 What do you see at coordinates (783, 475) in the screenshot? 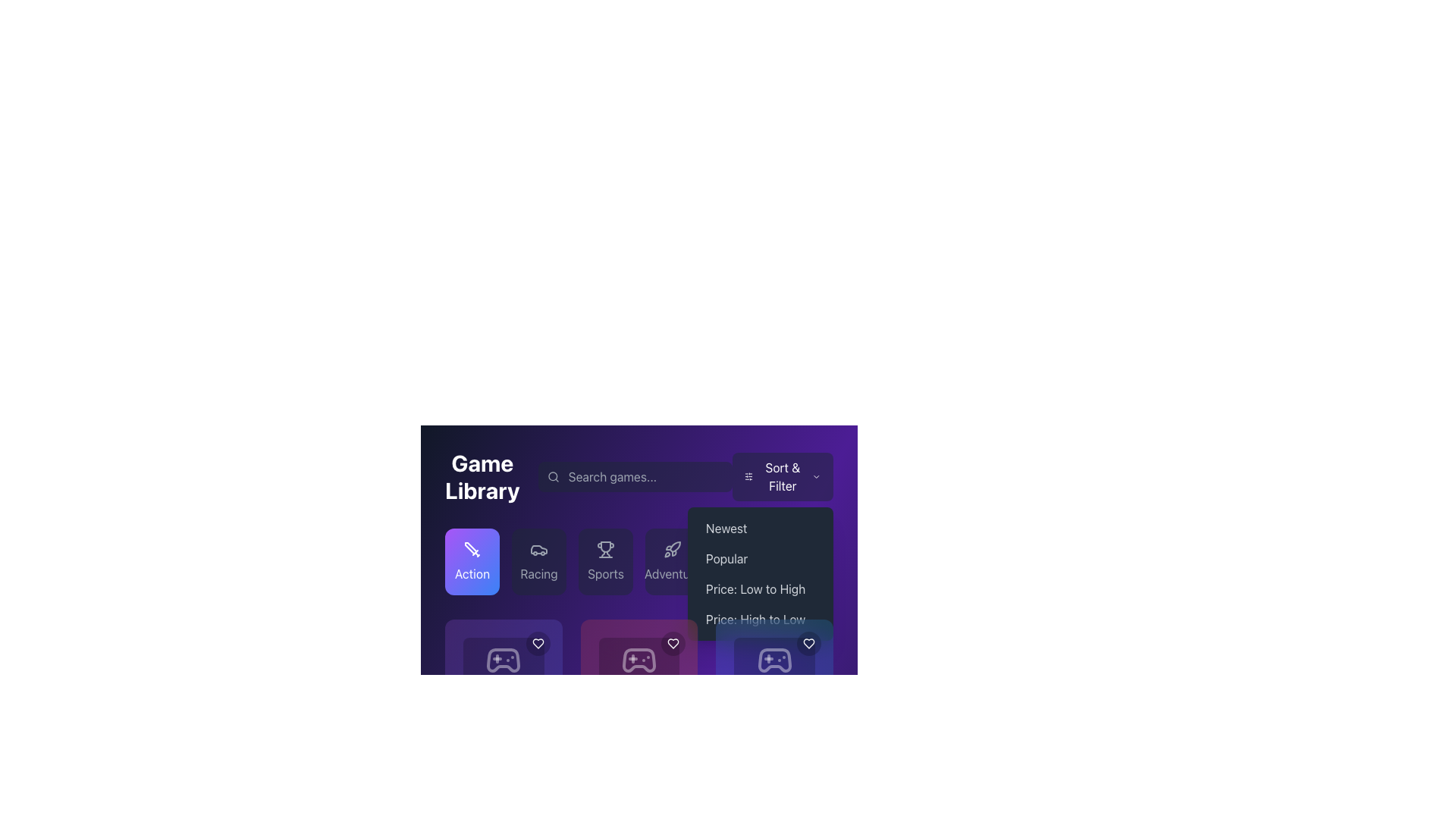
I see `the button located in the top-right corner of the 'Game Library' section` at bounding box center [783, 475].